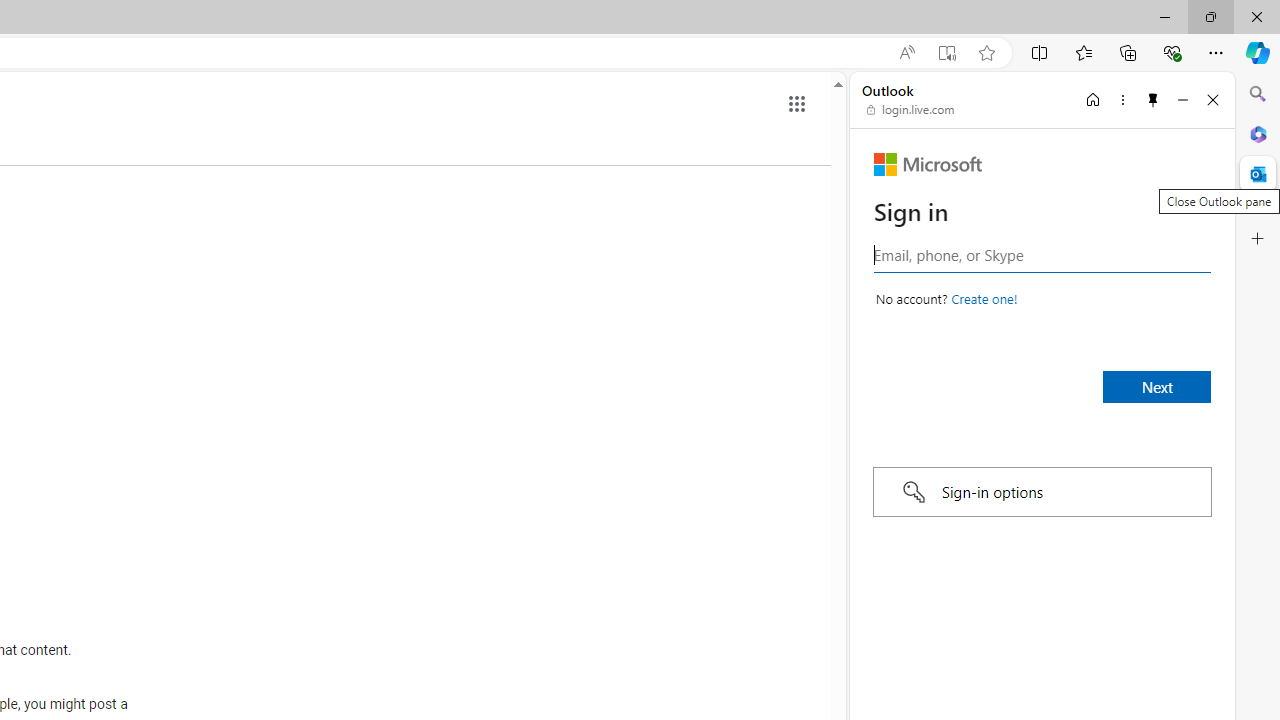  Describe the element at coordinates (1257, 94) in the screenshot. I see `'Close Search pane'` at that location.